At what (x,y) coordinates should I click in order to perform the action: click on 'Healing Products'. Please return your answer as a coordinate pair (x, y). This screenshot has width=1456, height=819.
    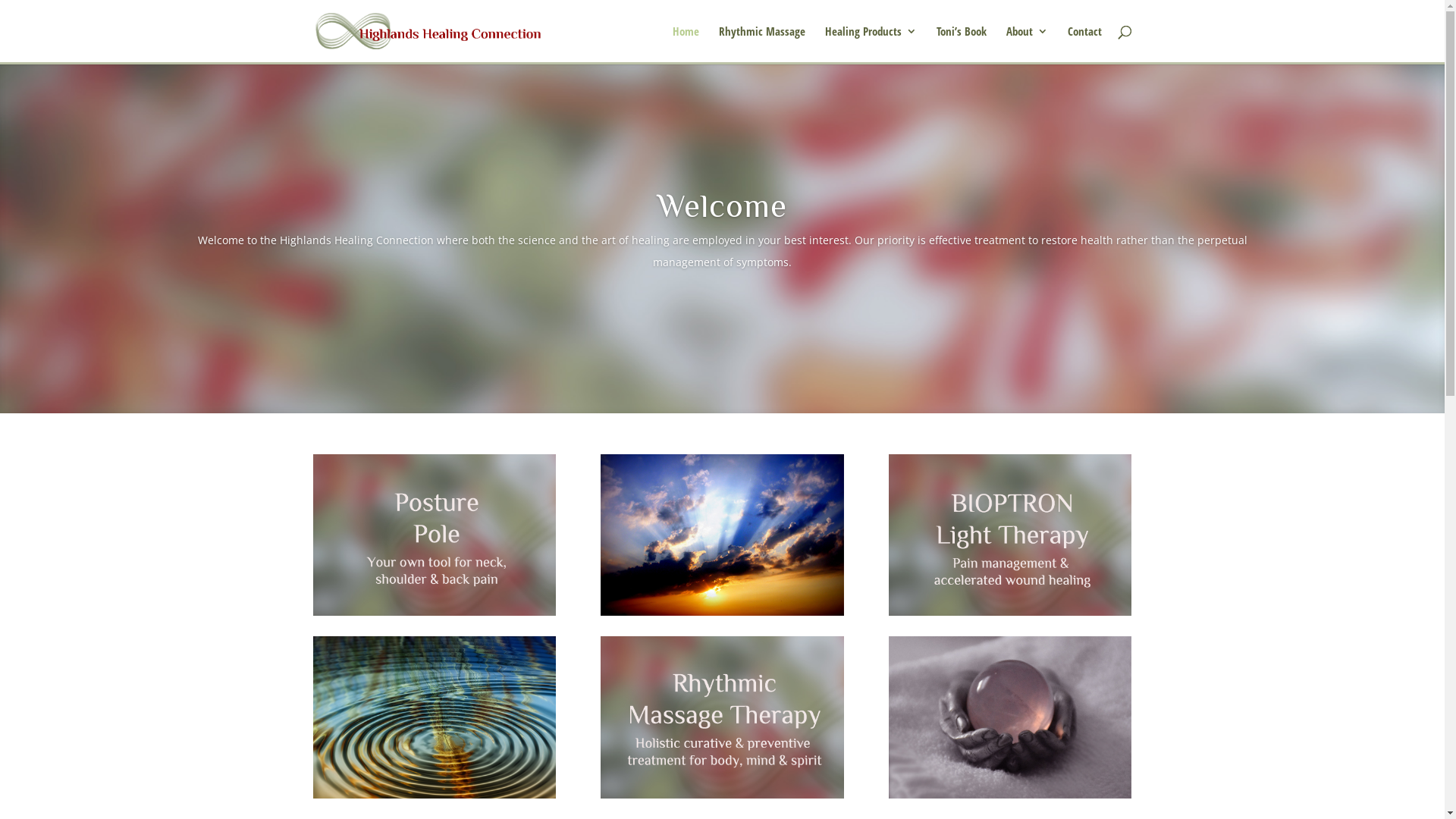
    Looking at the image, I should click on (871, 42).